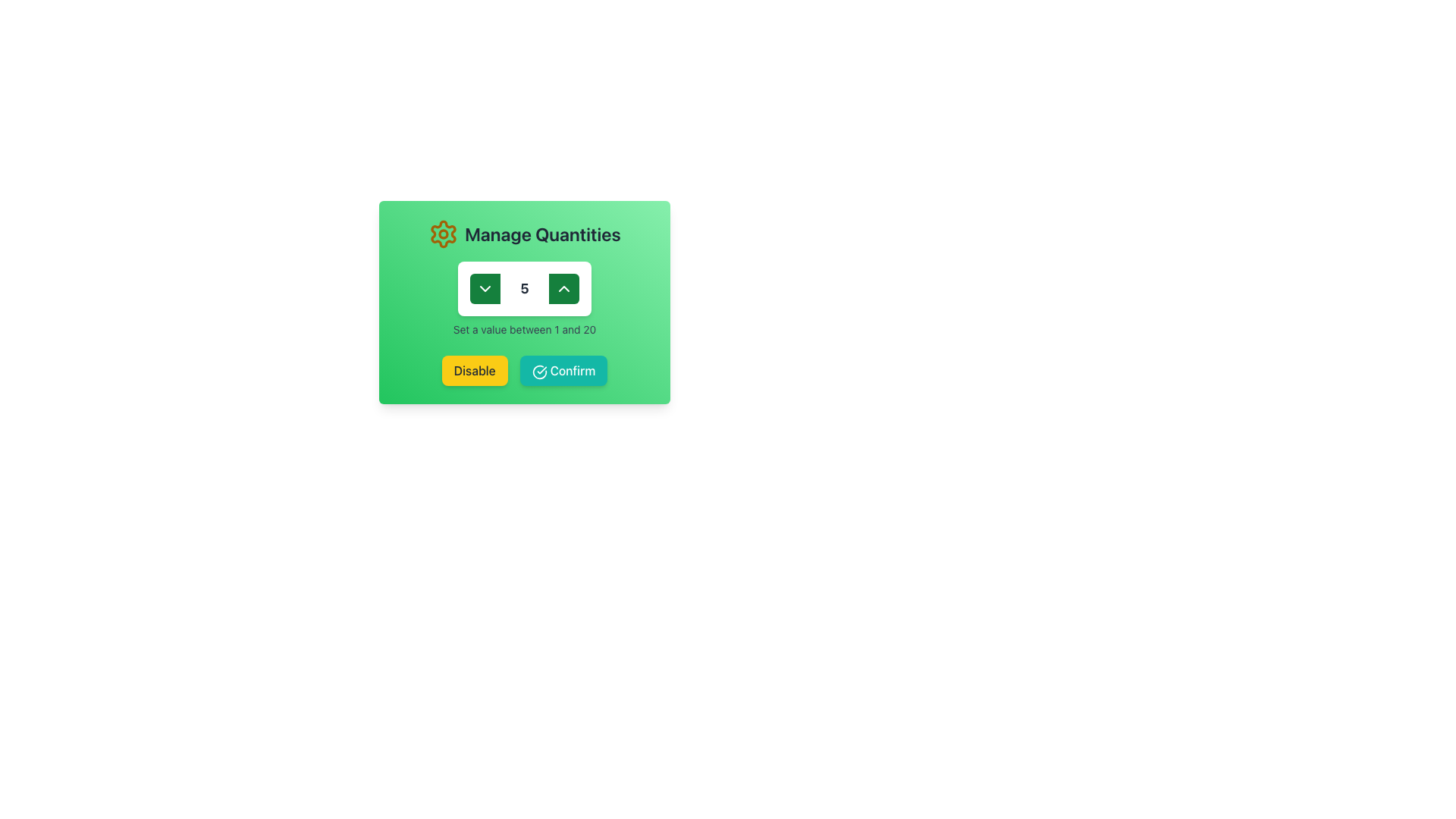  What do you see at coordinates (524, 234) in the screenshot?
I see `the label with an icon that titles the quantity management section, located at the top-center of the green card layout` at bounding box center [524, 234].